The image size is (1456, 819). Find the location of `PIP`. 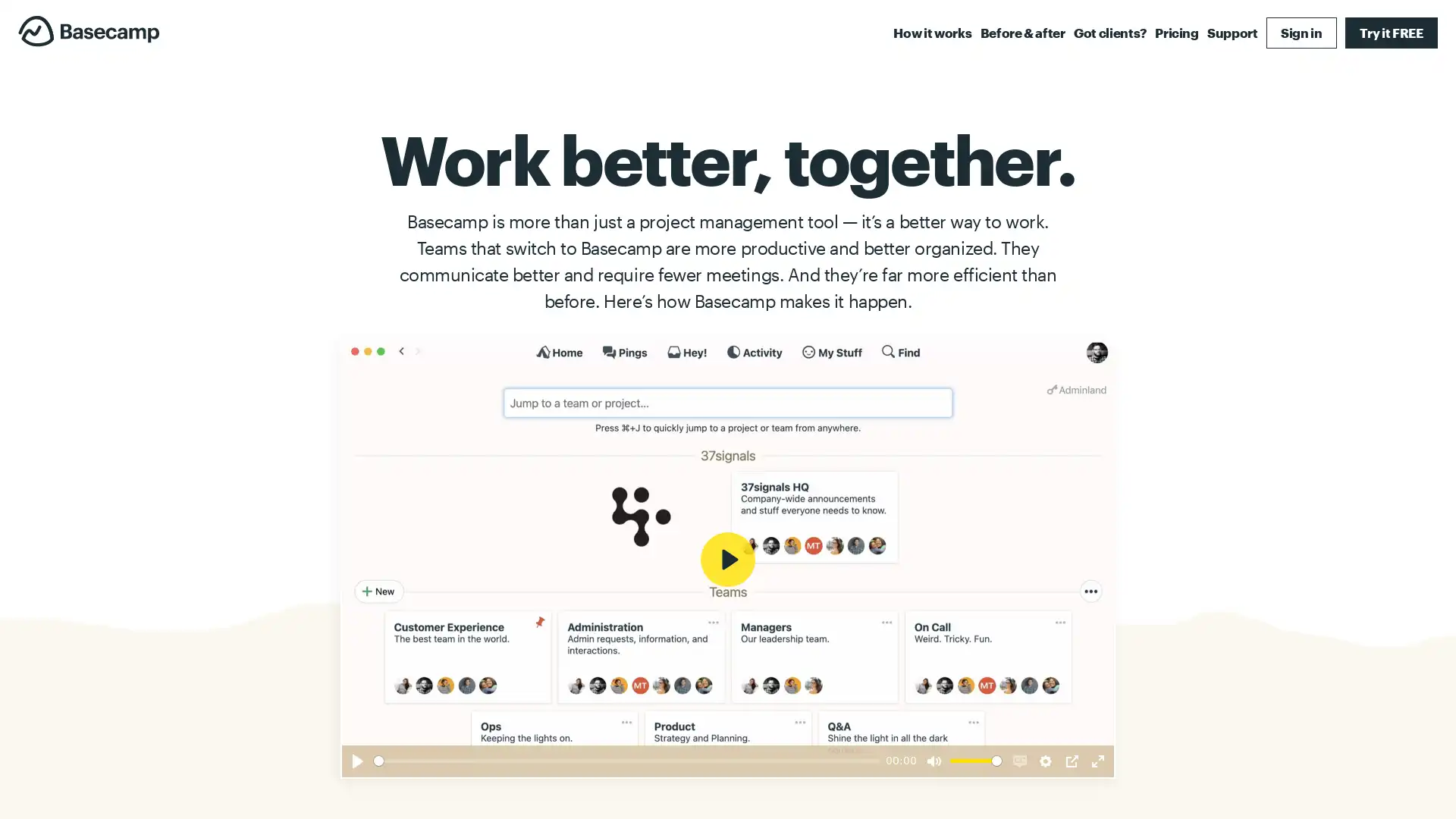

PIP is located at coordinates (1070, 760).